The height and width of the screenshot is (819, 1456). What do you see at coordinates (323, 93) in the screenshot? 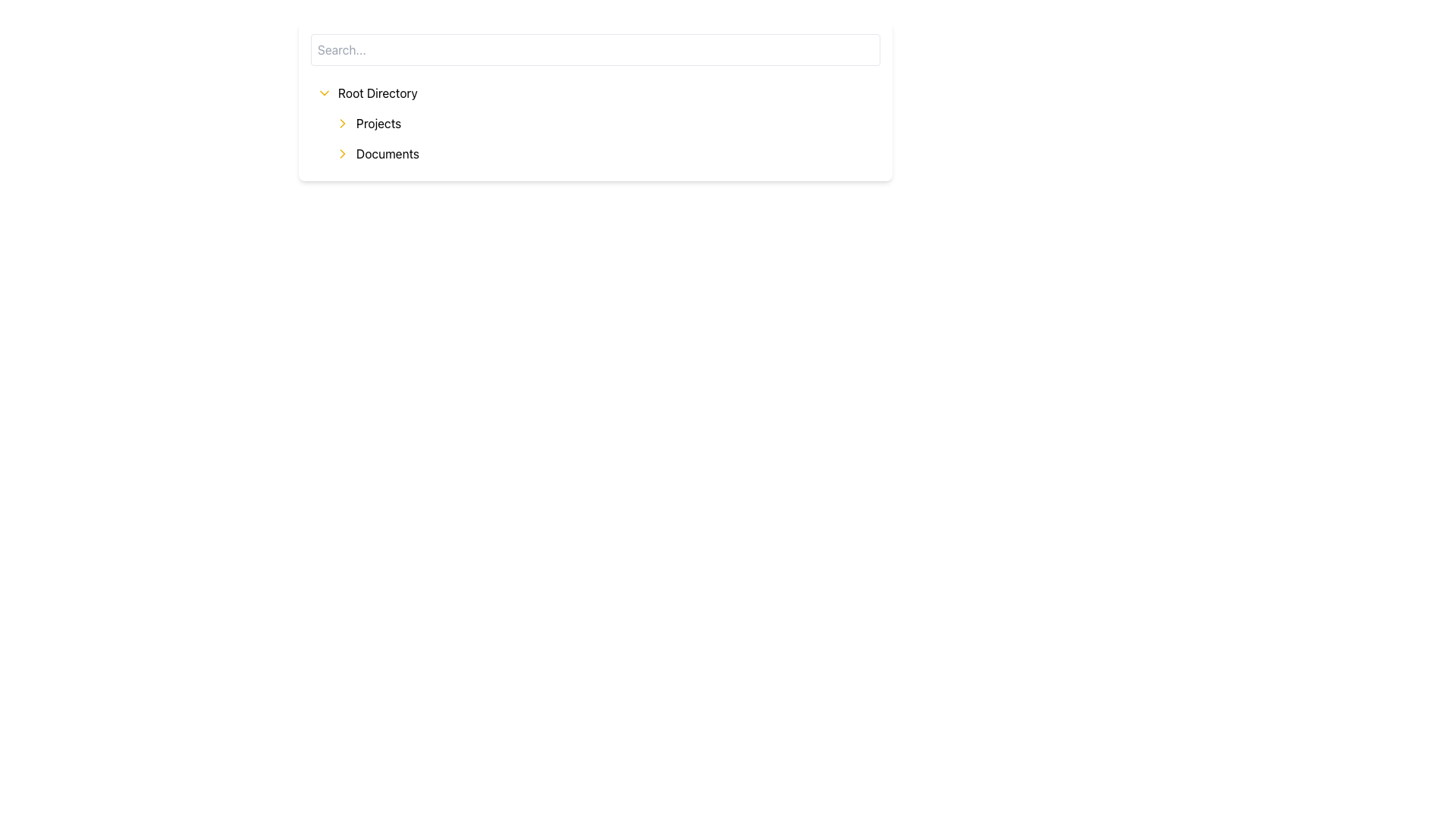
I see `the downward-facing yellow chevron icon located to the left of the 'Root Directory' text` at bounding box center [323, 93].